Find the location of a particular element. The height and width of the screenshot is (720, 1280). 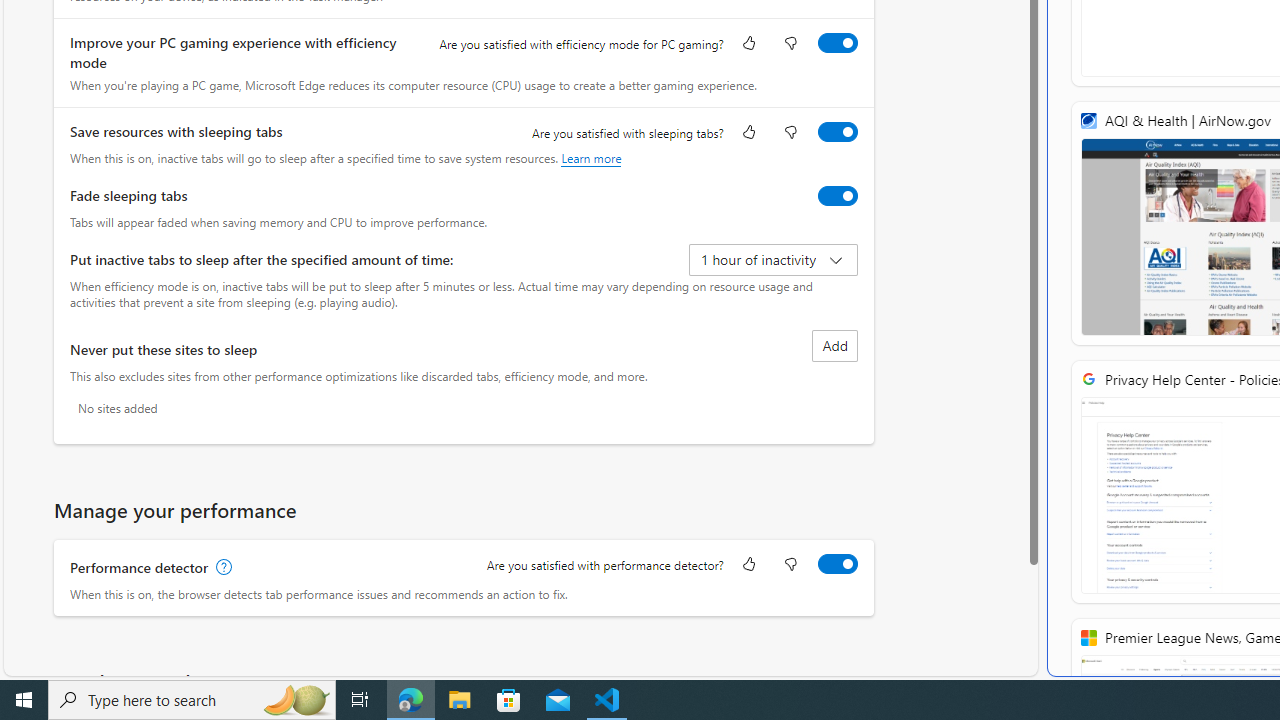

'Fade sleeping tabs' is located at coordinates (837, 195).